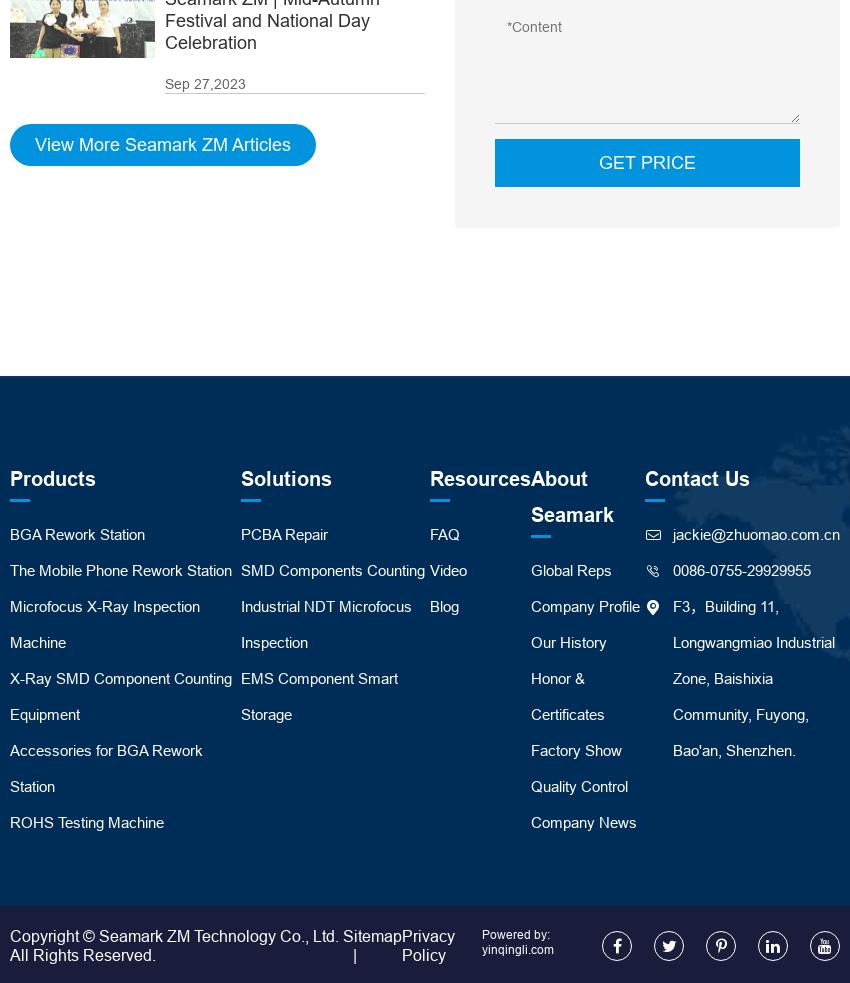 The image size is (850, 983). What do you see at coordinates (429, 533) in the screenshot?
I see `'FAQ'` at bounding box center [429, 533].